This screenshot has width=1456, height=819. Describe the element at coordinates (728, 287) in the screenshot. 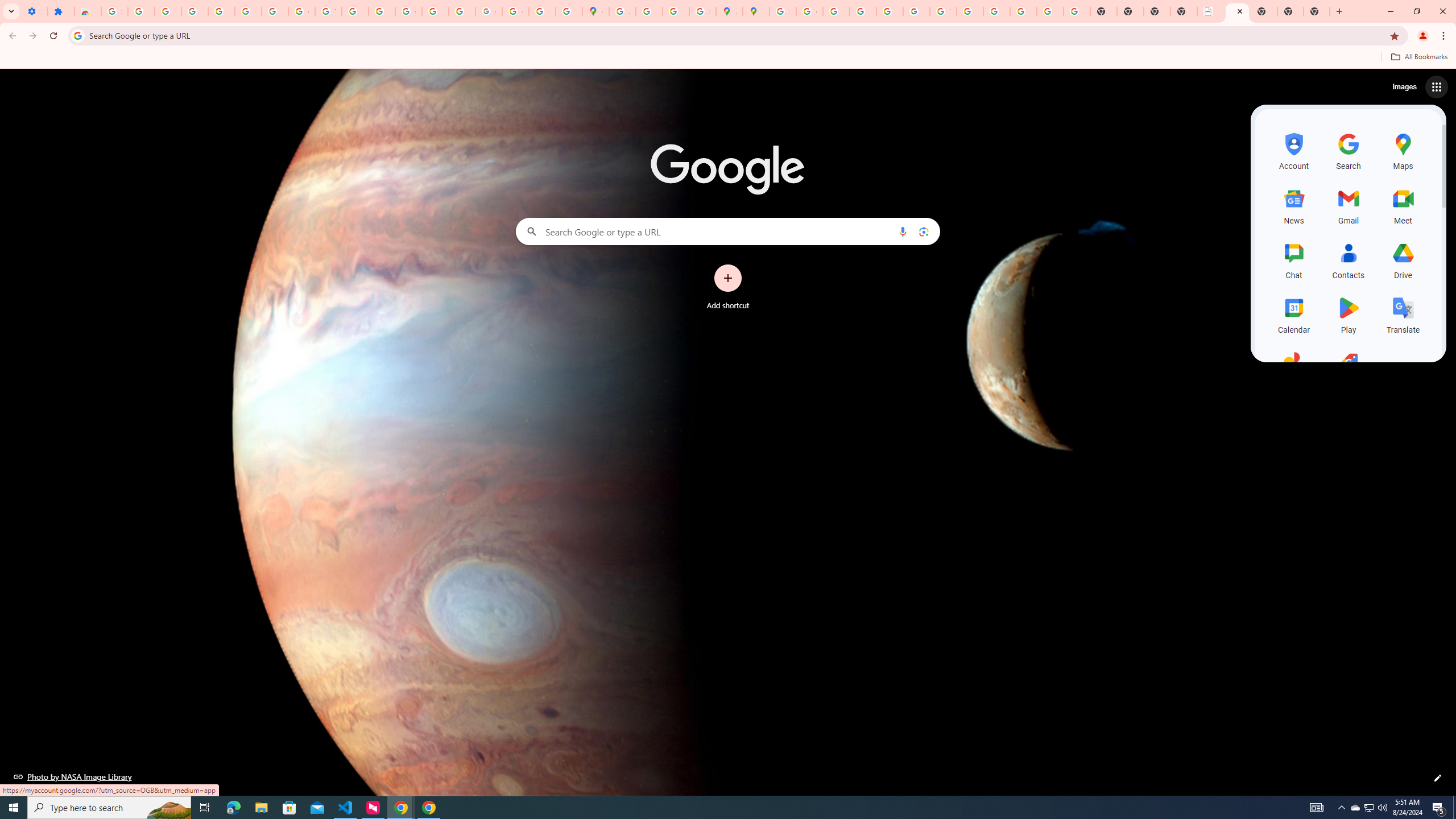

I see `'Add shortcut'` at that location.